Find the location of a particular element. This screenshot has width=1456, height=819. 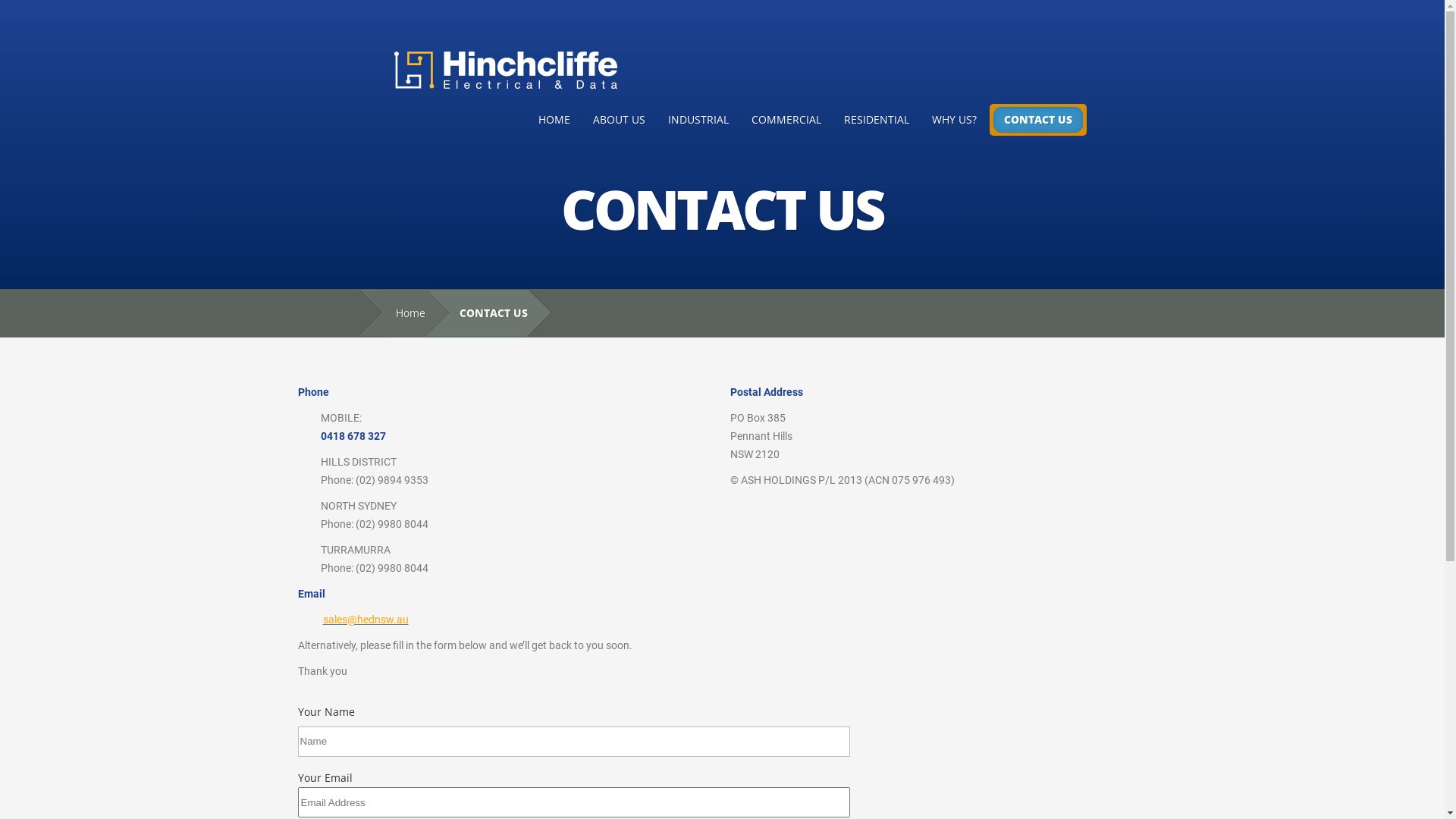

'WHY US?' is located at coordinates (953, 119).